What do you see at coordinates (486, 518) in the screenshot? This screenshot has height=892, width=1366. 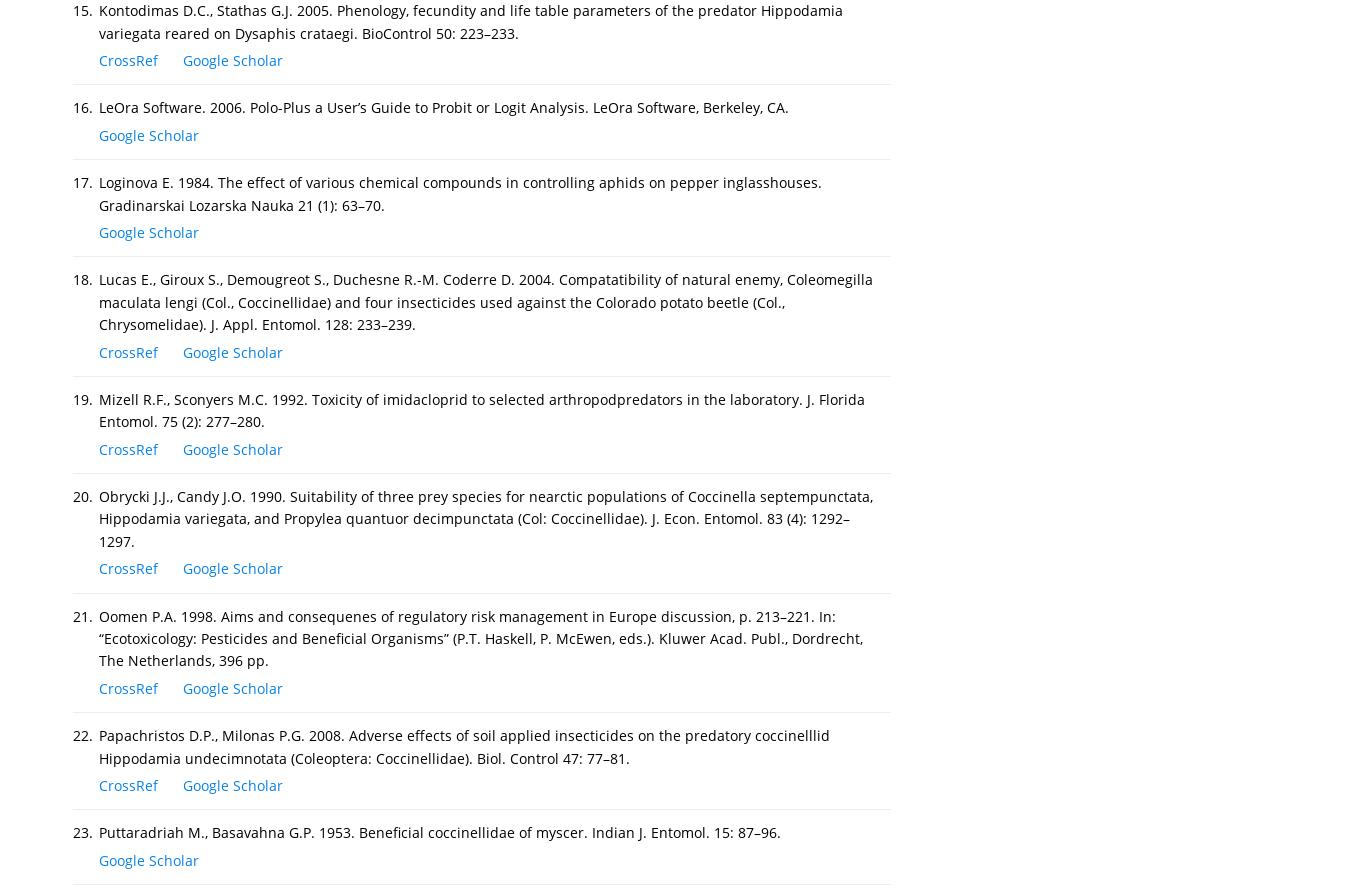 I see `'Obrycki J.J., Candy J.O. 1990. Suitability of three prey species for nearctic populations of Coccinella septempunctata, Hippodamia variegata, and Propylea quantuor decimpunctata (Col: Coccinellidae). J. Econ. Entomol. 83 (4): 1292–1297.'` at bounding box center [486, 518].